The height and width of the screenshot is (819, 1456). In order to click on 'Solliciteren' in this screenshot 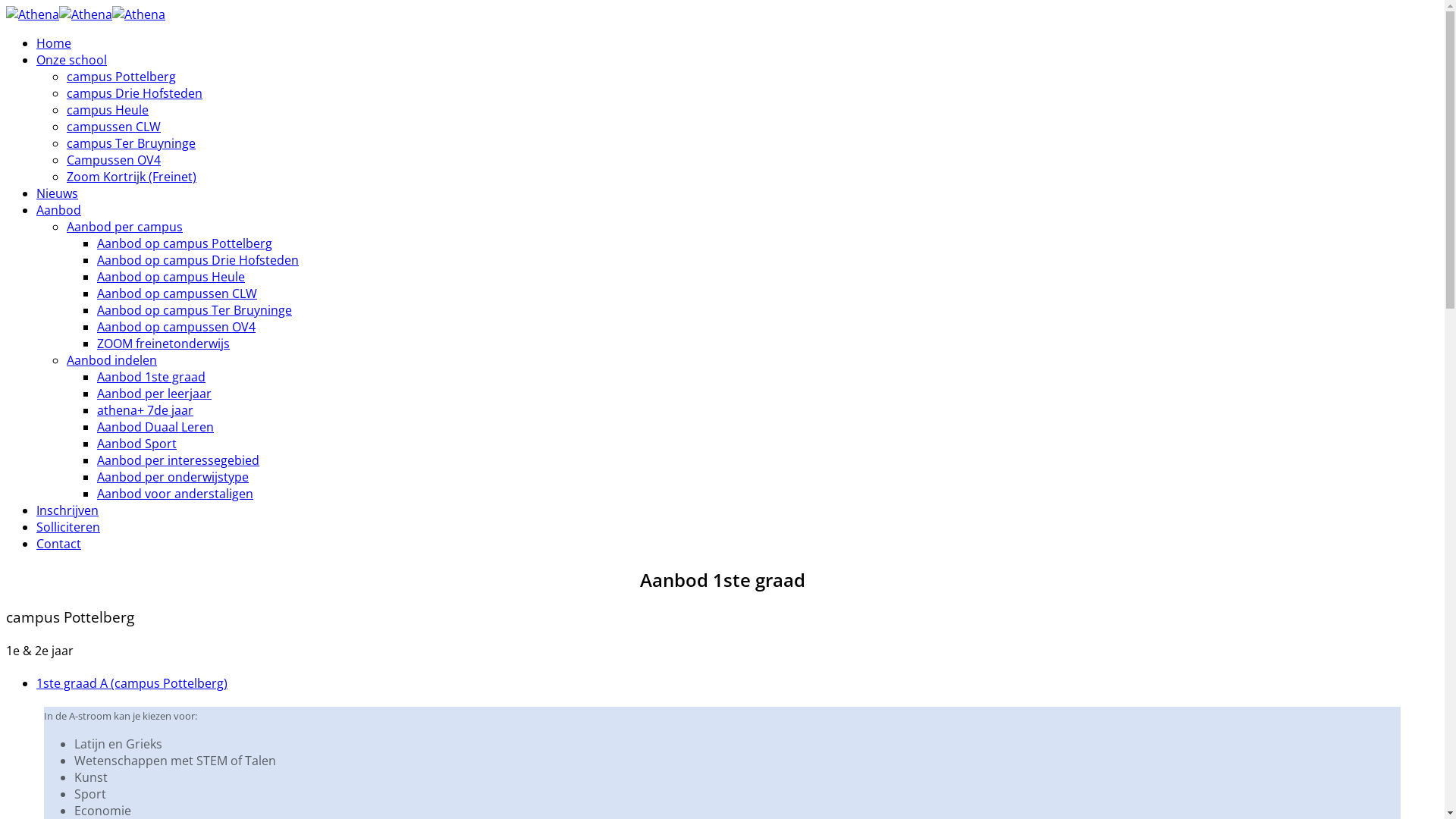, I will do `click(67, 526)`.